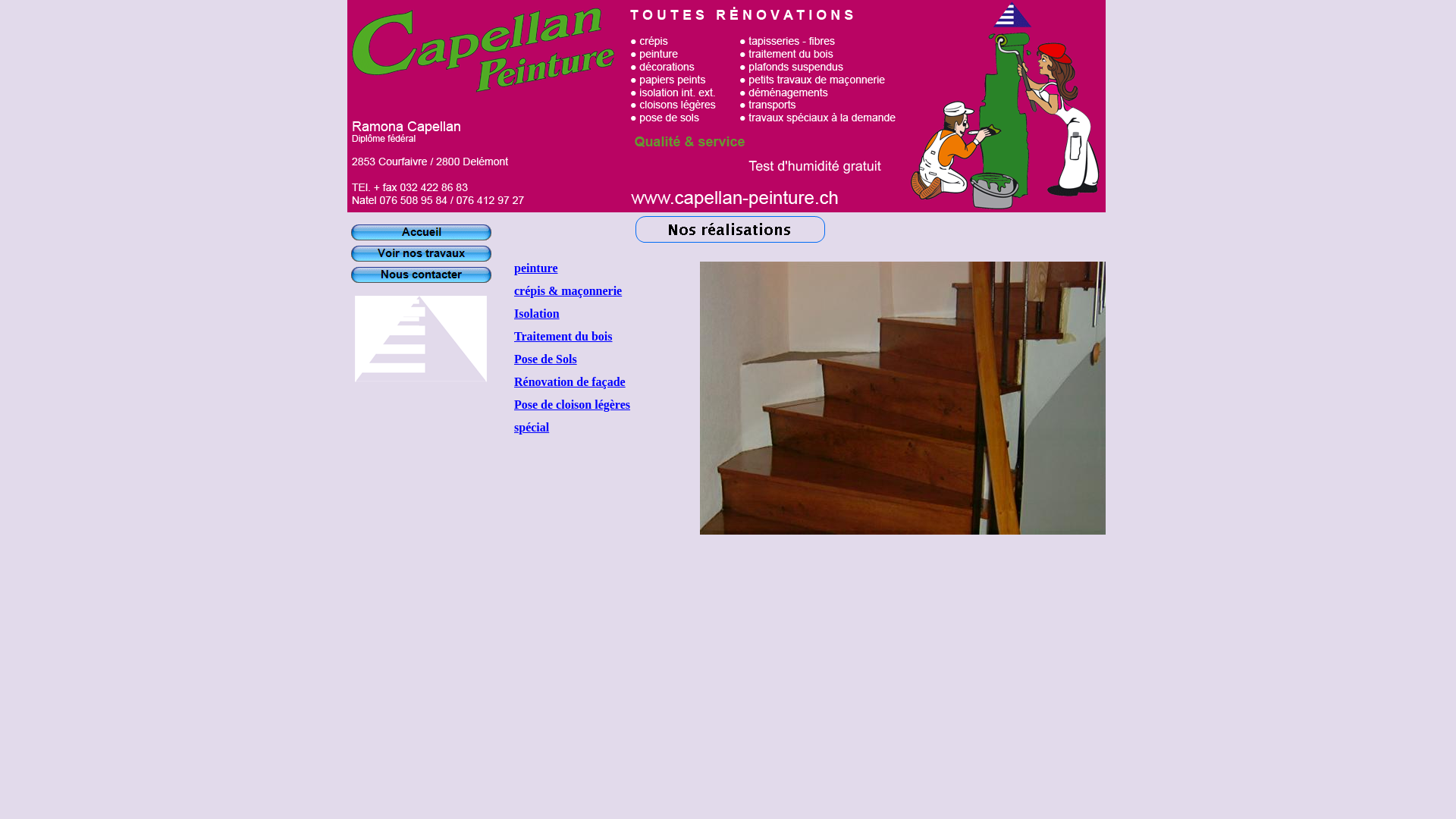  I want to click on 'Voir nos travaux', so click(421, 253).